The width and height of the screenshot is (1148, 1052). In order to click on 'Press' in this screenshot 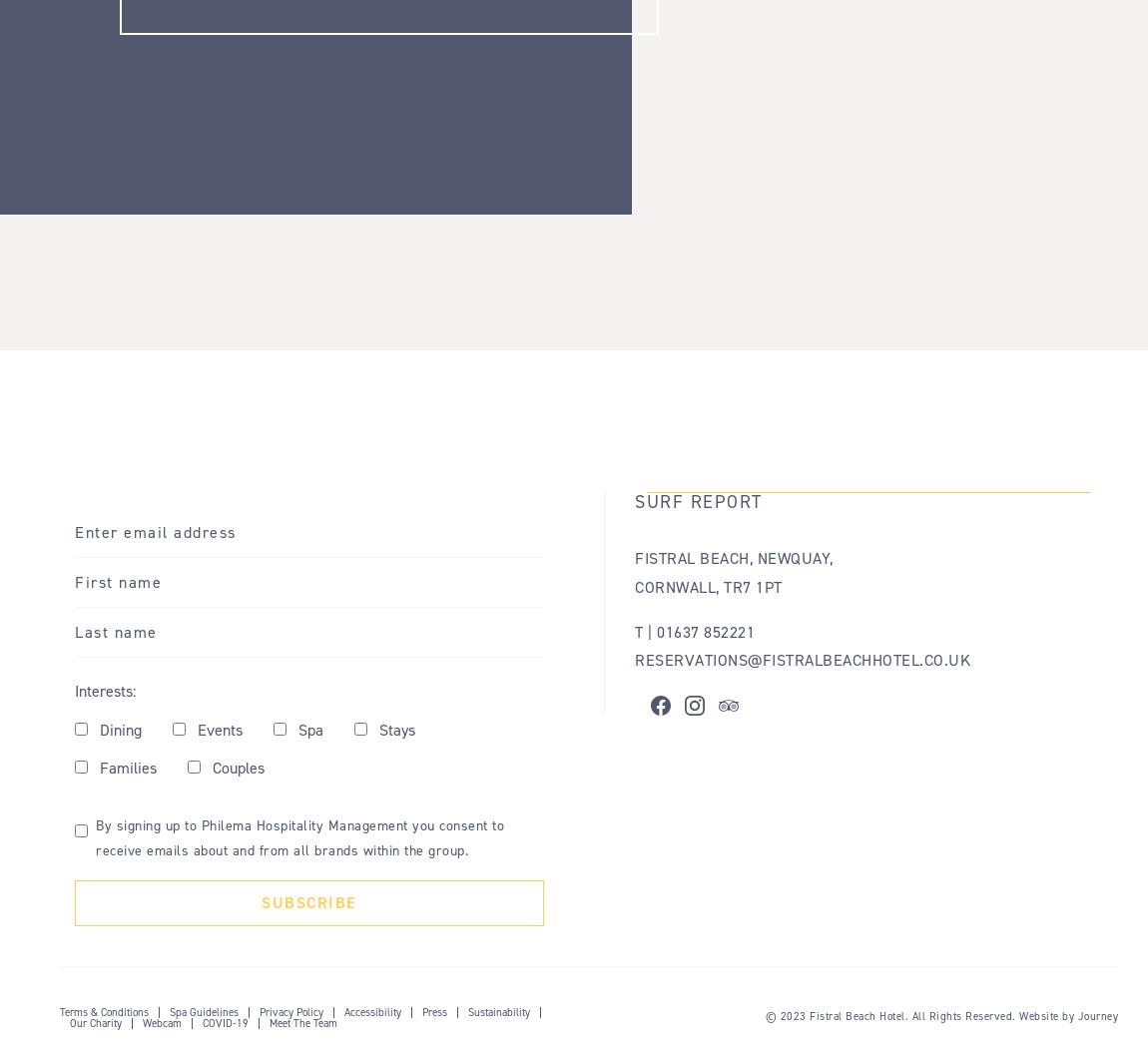, I will do `click(434, 1011)`.